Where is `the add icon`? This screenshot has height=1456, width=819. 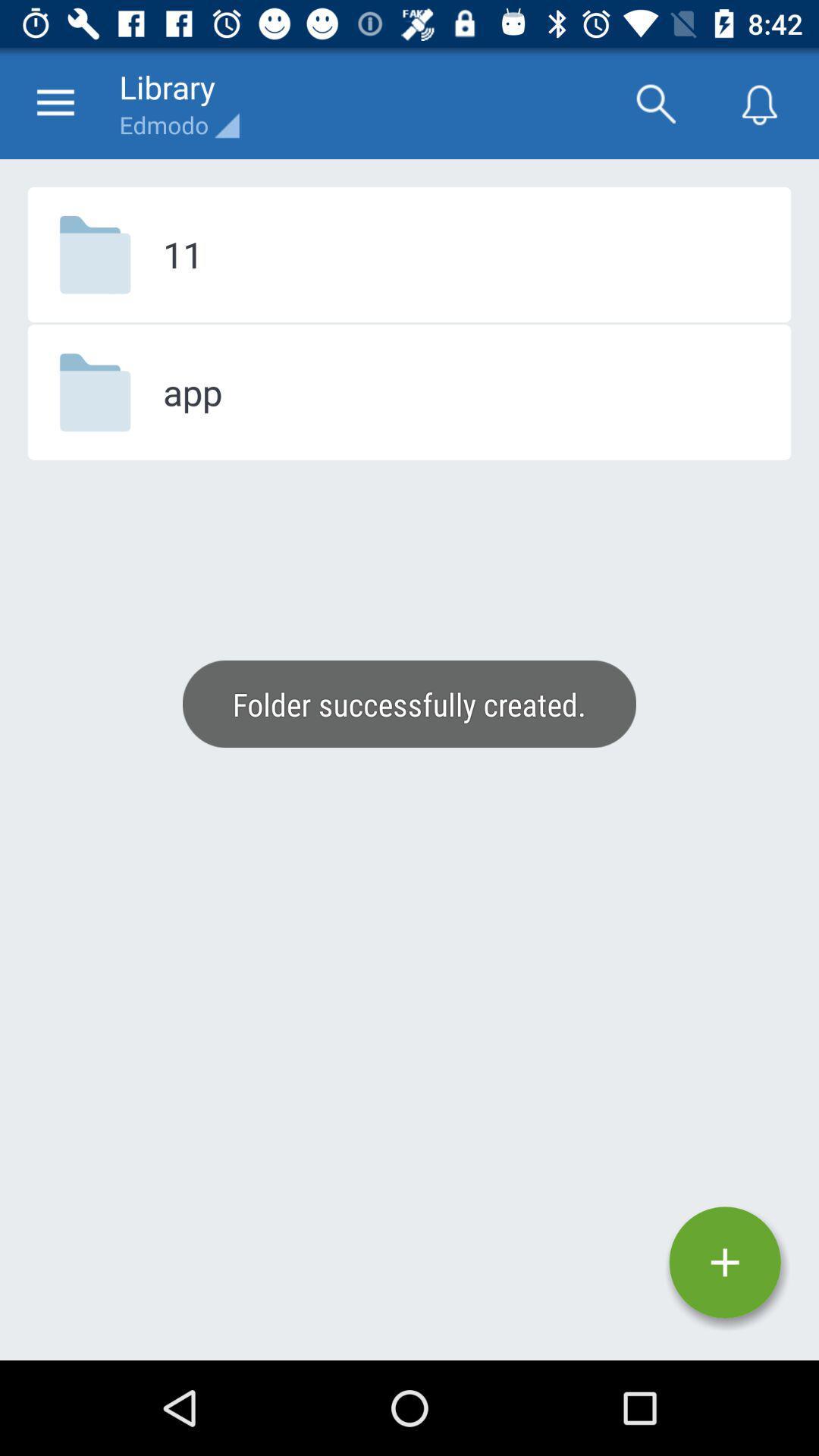 the add icon is located at coordinates (724, 1263).